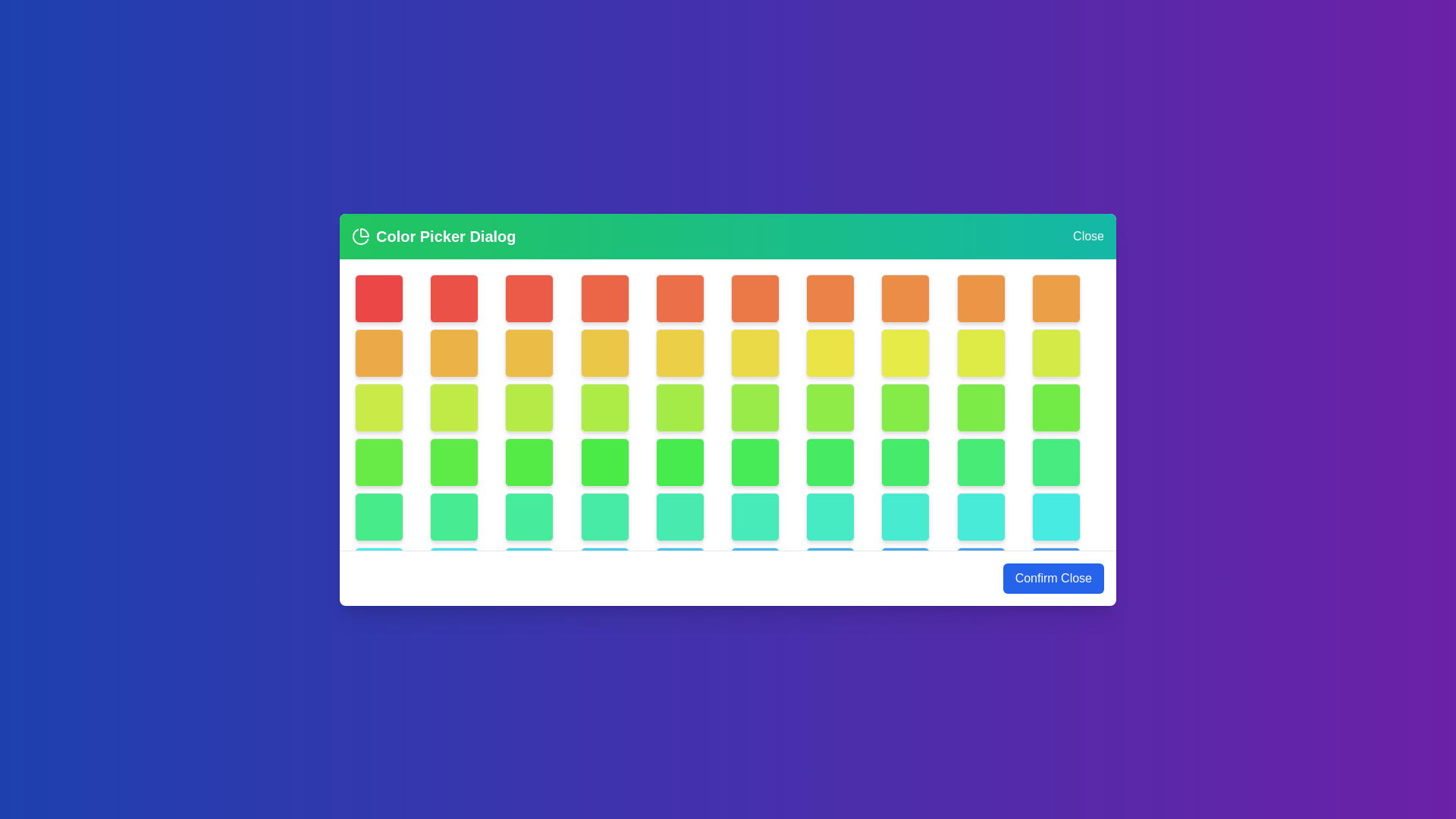 This screenshot has width=1456, height=819. What do you see at coordinates (1087, 236) in the screenshot?
I see `the 'Close' button to close the dialog` at bounding box center [1087, 236].